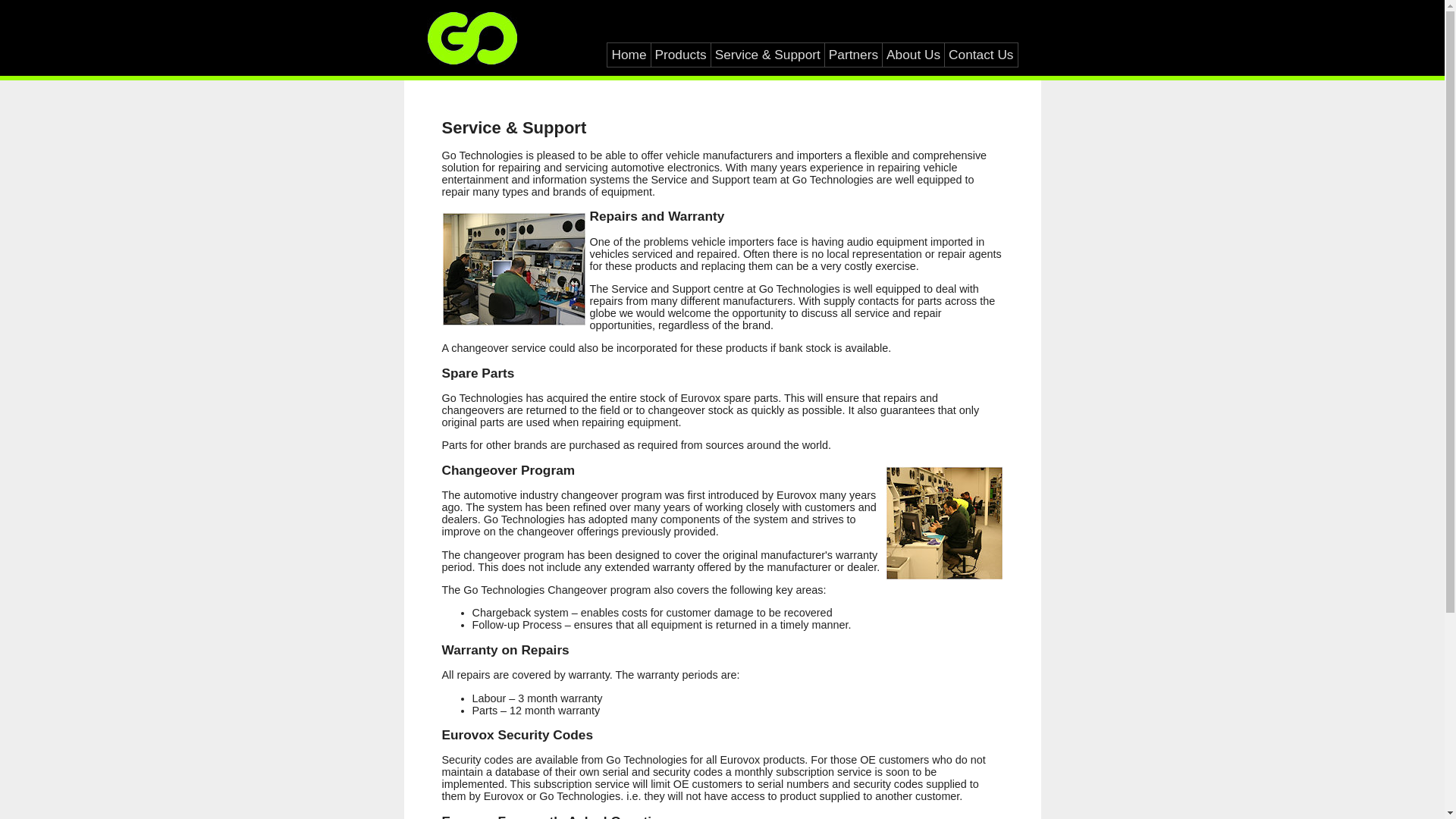 The height and width of the screenshot is (819, 1456). What do you see at coordinates (912, 54) in the screenshot?
I see `'About Us'` at bounding box center [912, 54].